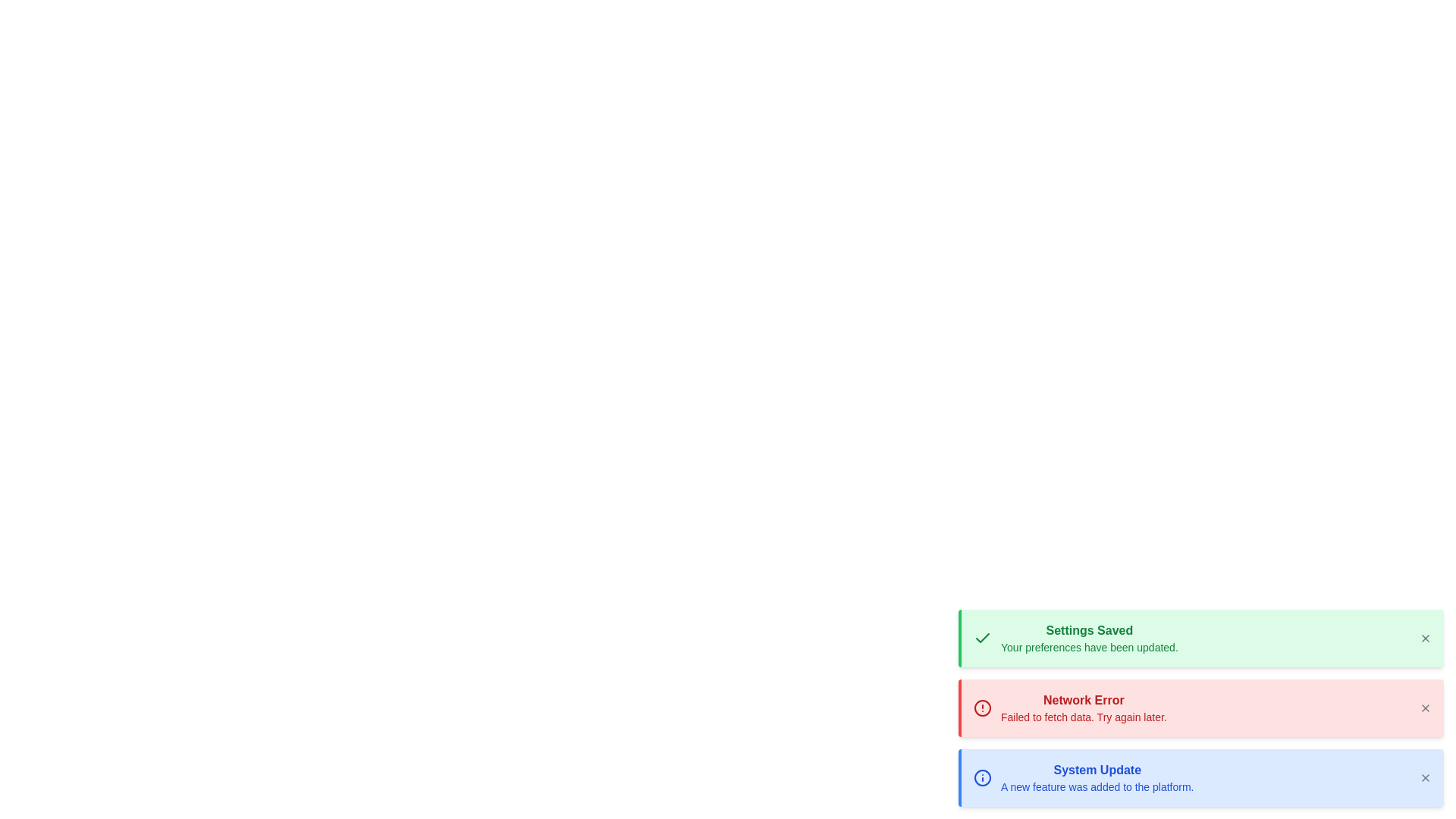  Describe the element at coordinates (983, 638) in the screenshot. I see `the checkmark icon within the success message box labeled 'Settings Saved', which is characterized by its green stroke color and minimalistic SVG design` at that location.